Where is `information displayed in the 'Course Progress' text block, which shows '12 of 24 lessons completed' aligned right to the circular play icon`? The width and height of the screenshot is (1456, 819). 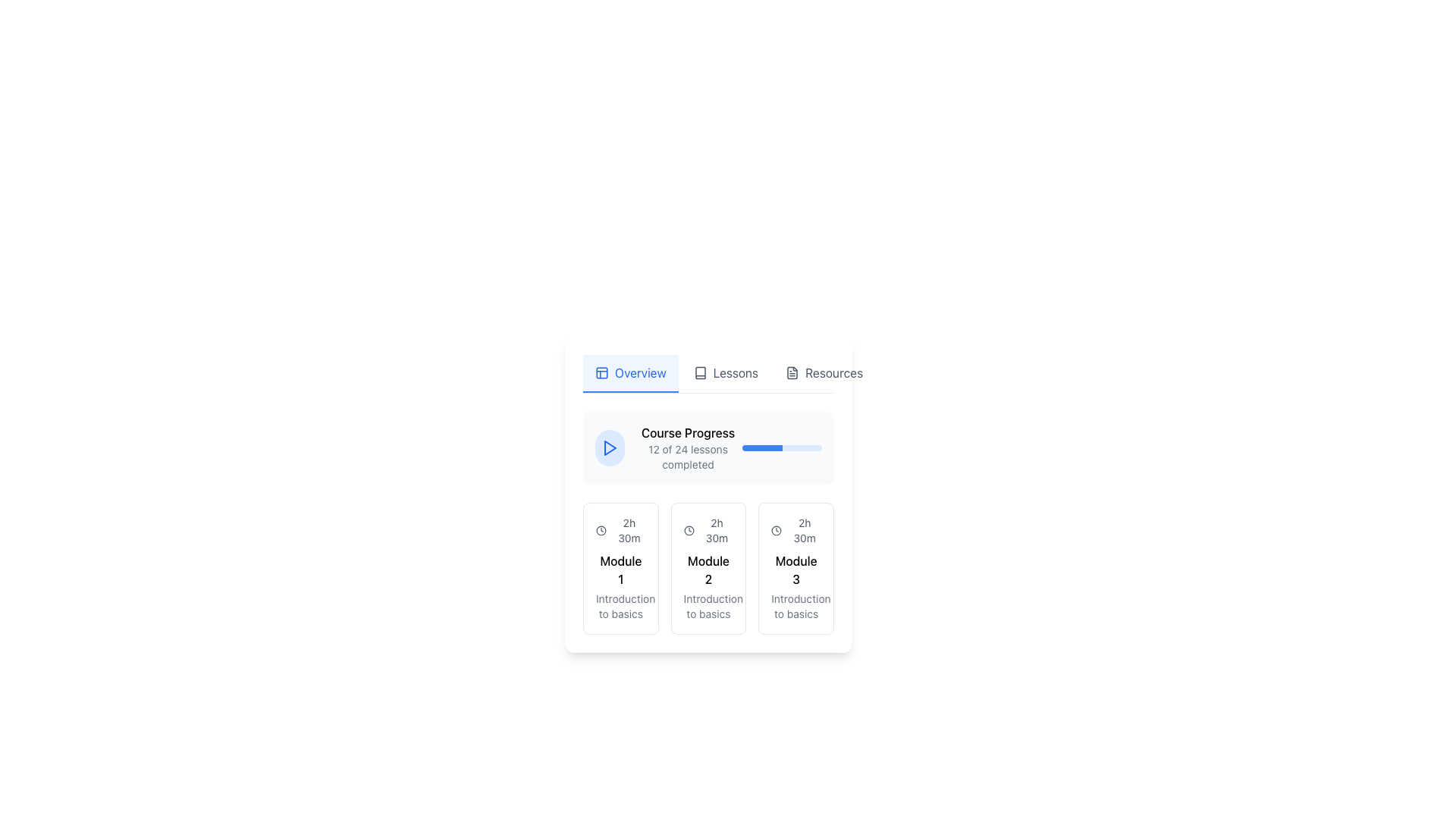 information displayed in the 'Course Progress' text block, which shows '12 of 24 lessons completed' aligned right to the circular play icon is located at coordinates (687, 447).